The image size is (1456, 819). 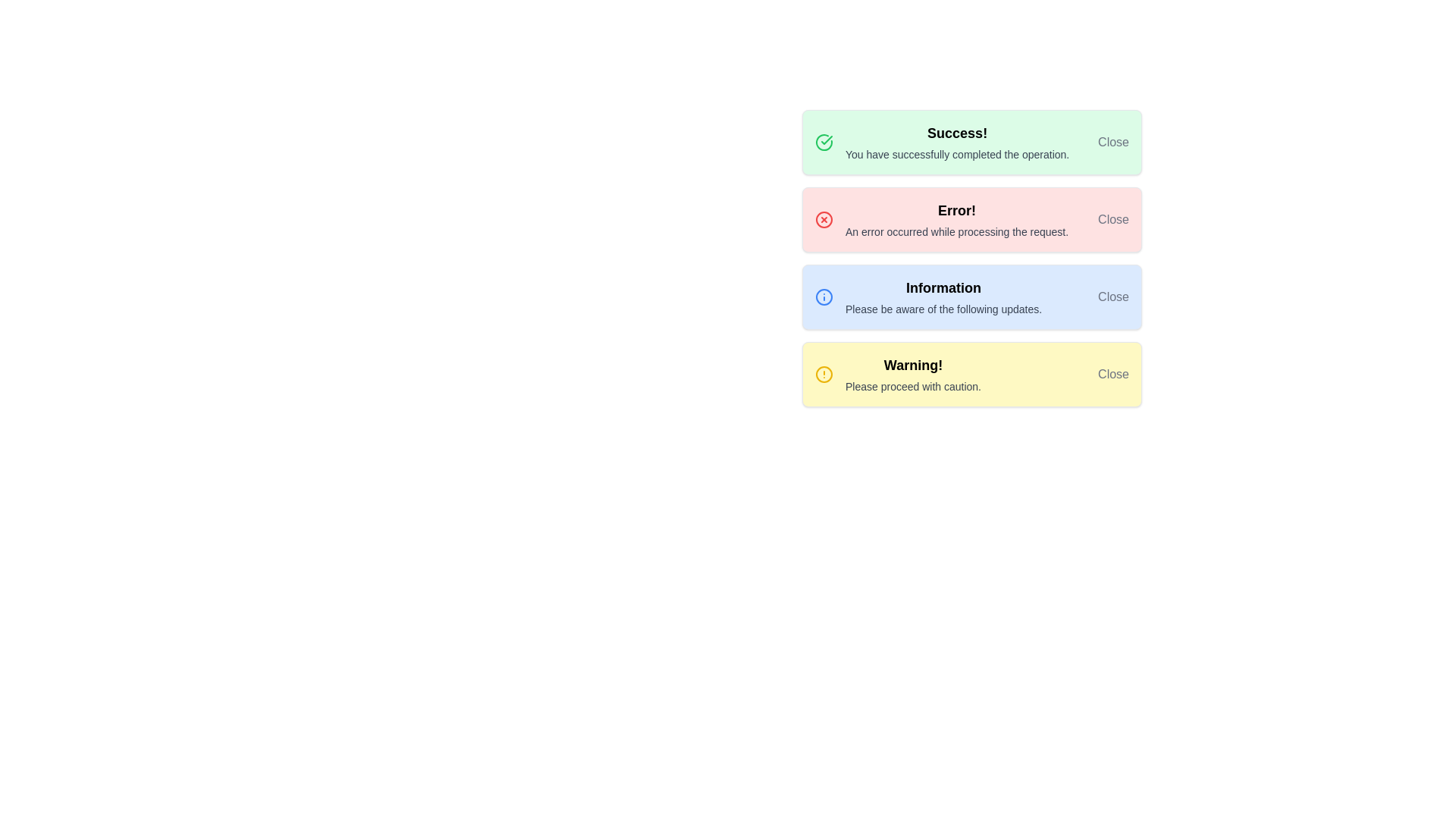 I want to click on the text label at the top of the green alert box, which serves as a confirmation of success, so click(x=956, y=133).